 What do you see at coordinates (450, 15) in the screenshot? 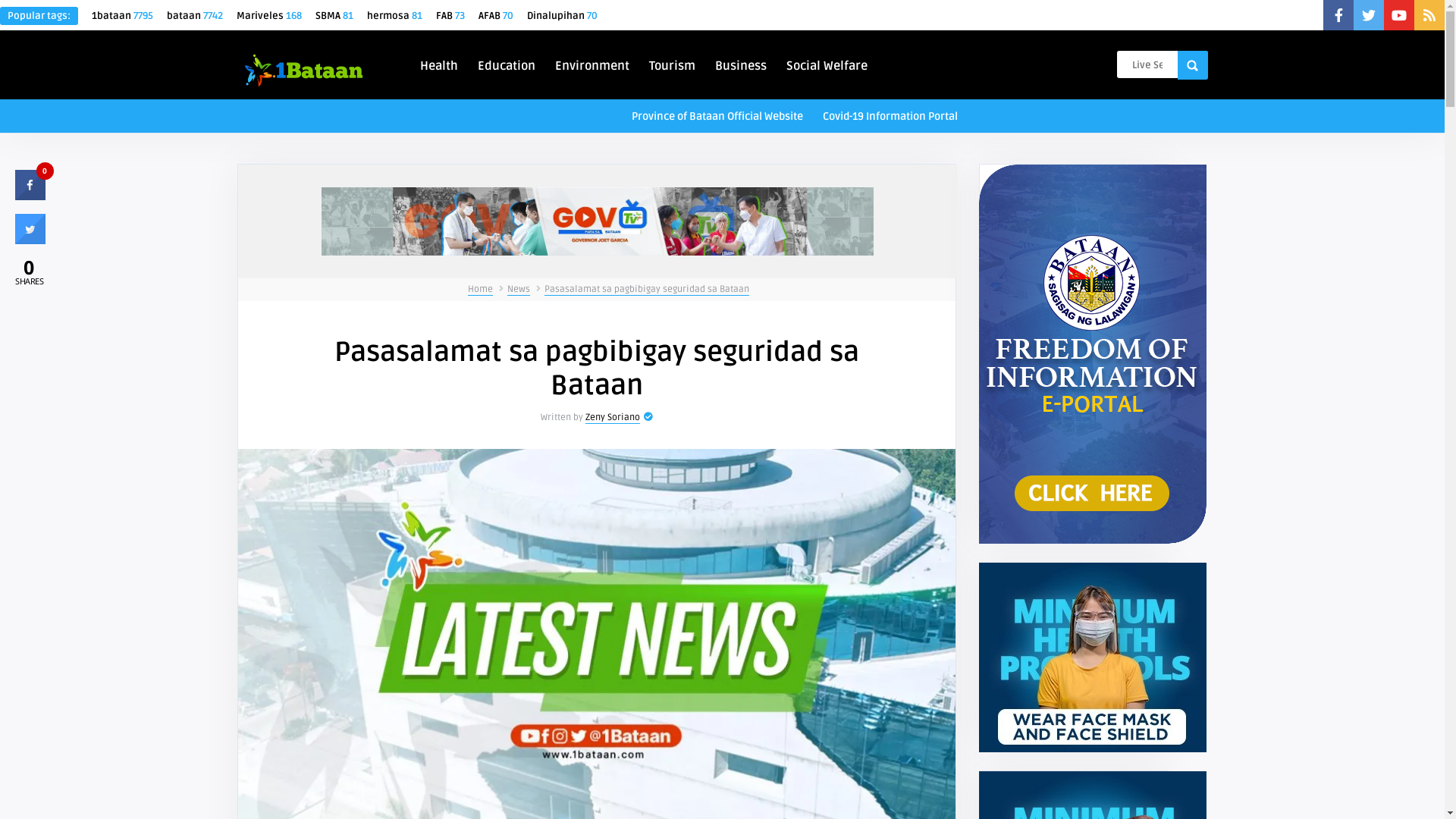
I see `'FAB 73'` at bounding box center [450, 15].